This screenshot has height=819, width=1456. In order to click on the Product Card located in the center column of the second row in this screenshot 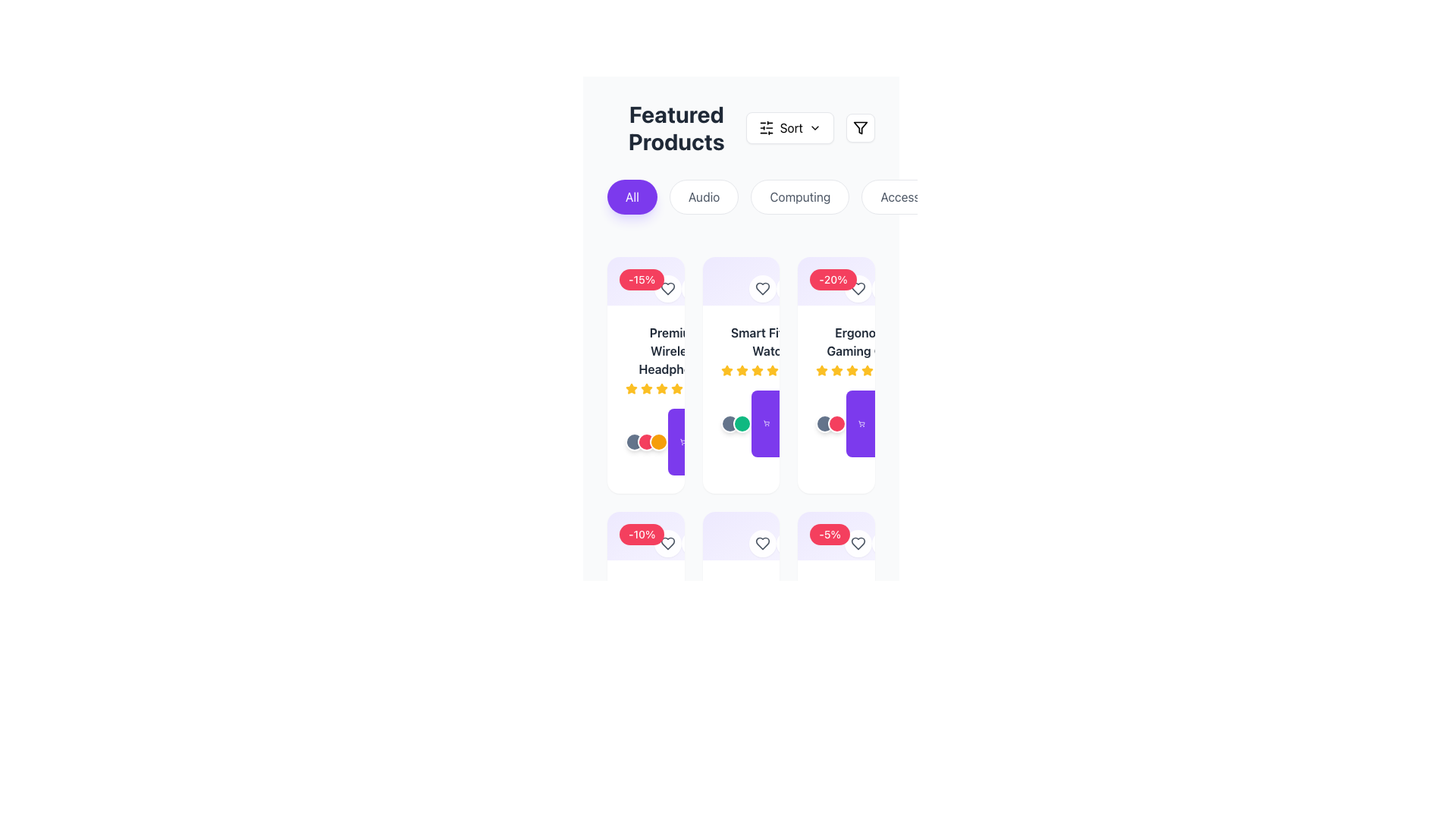, I will do `click(741, 390)`.